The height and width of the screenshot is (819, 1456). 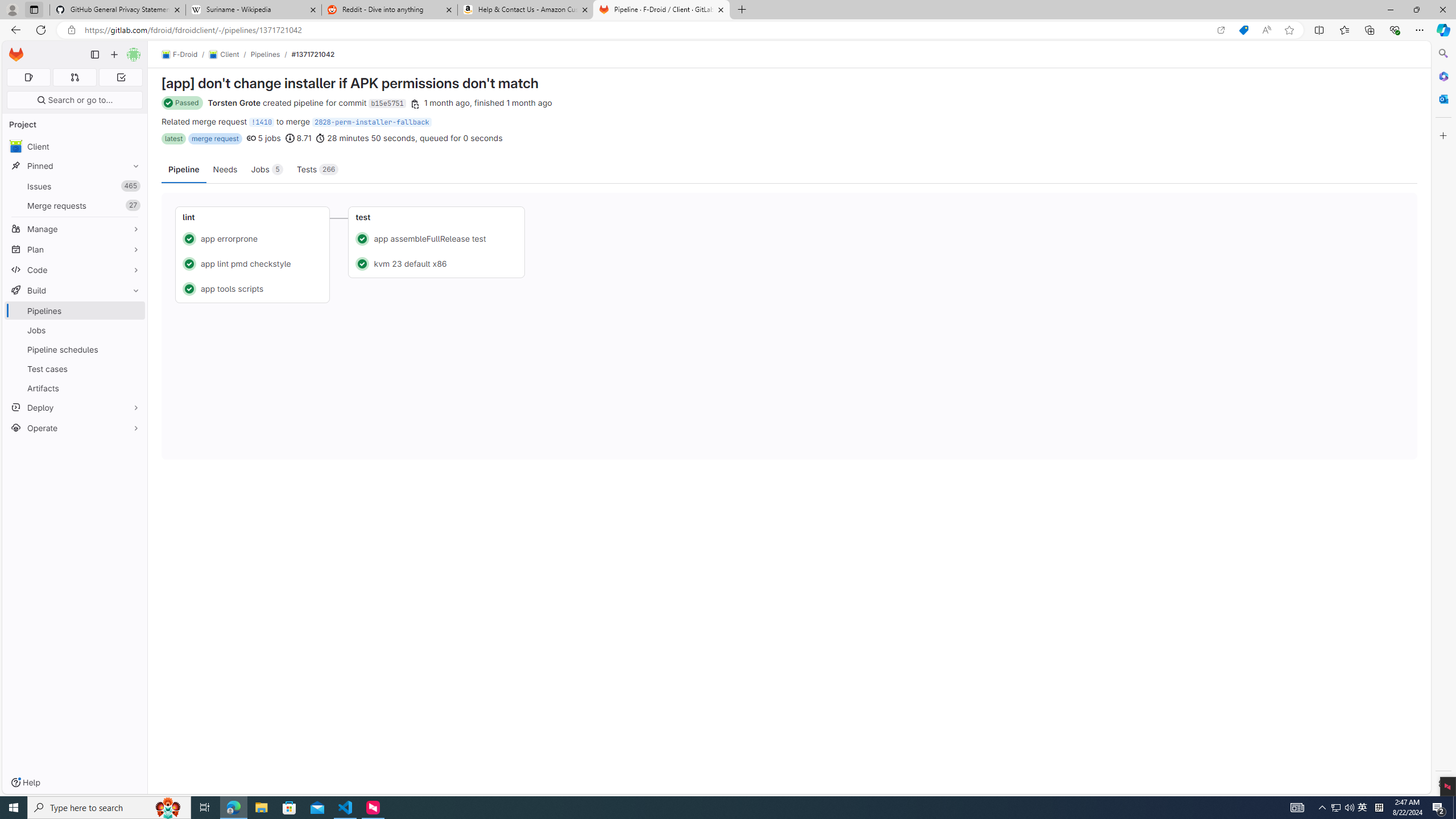 What do you see at coordinates (120, 77) in the screenshot?
I see `'To-Do list 0'` at bounding box center [120, 77].